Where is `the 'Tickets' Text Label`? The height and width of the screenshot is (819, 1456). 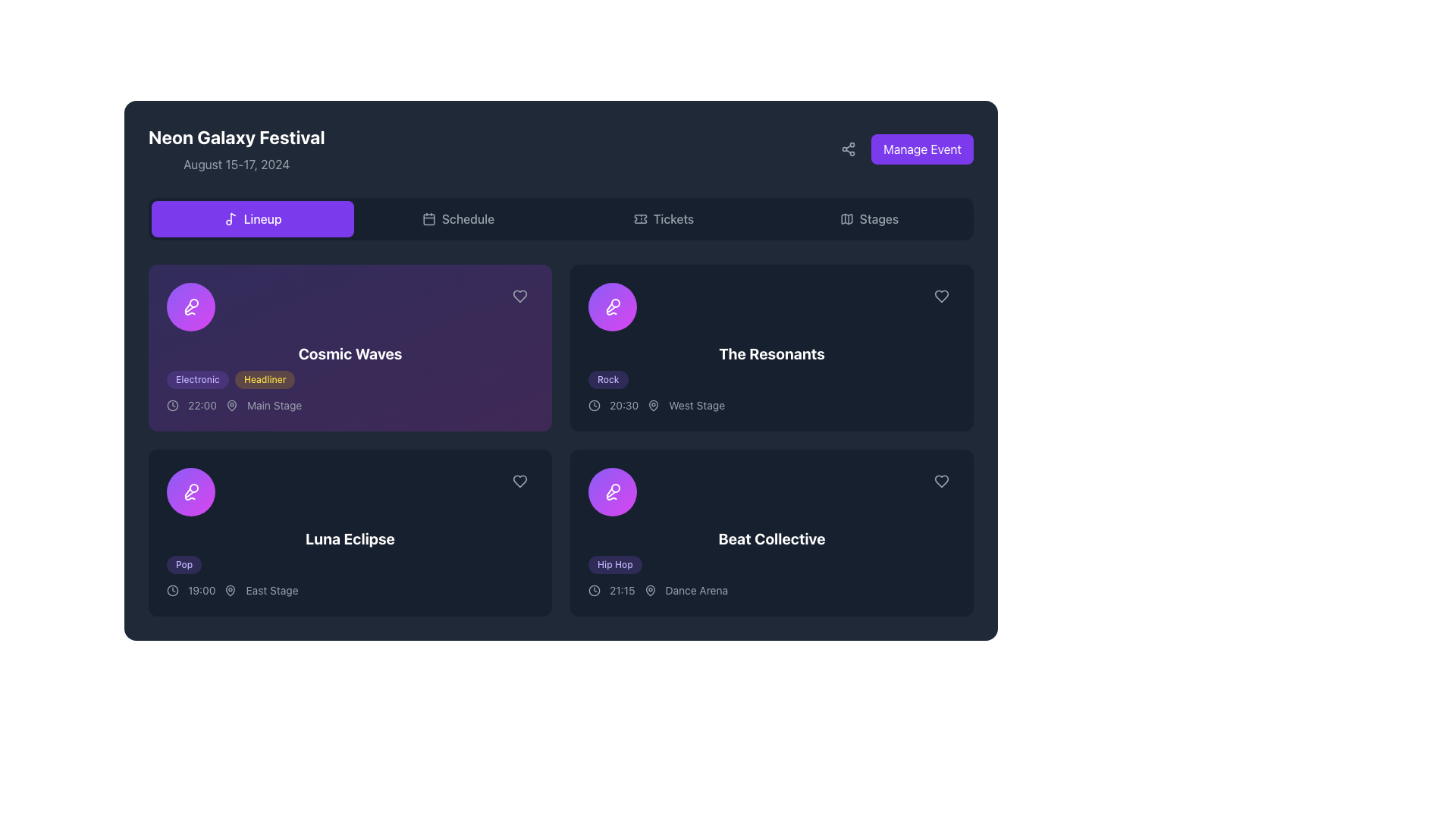
the 'Tickets' Text Label is located at coordinates (673, 219).